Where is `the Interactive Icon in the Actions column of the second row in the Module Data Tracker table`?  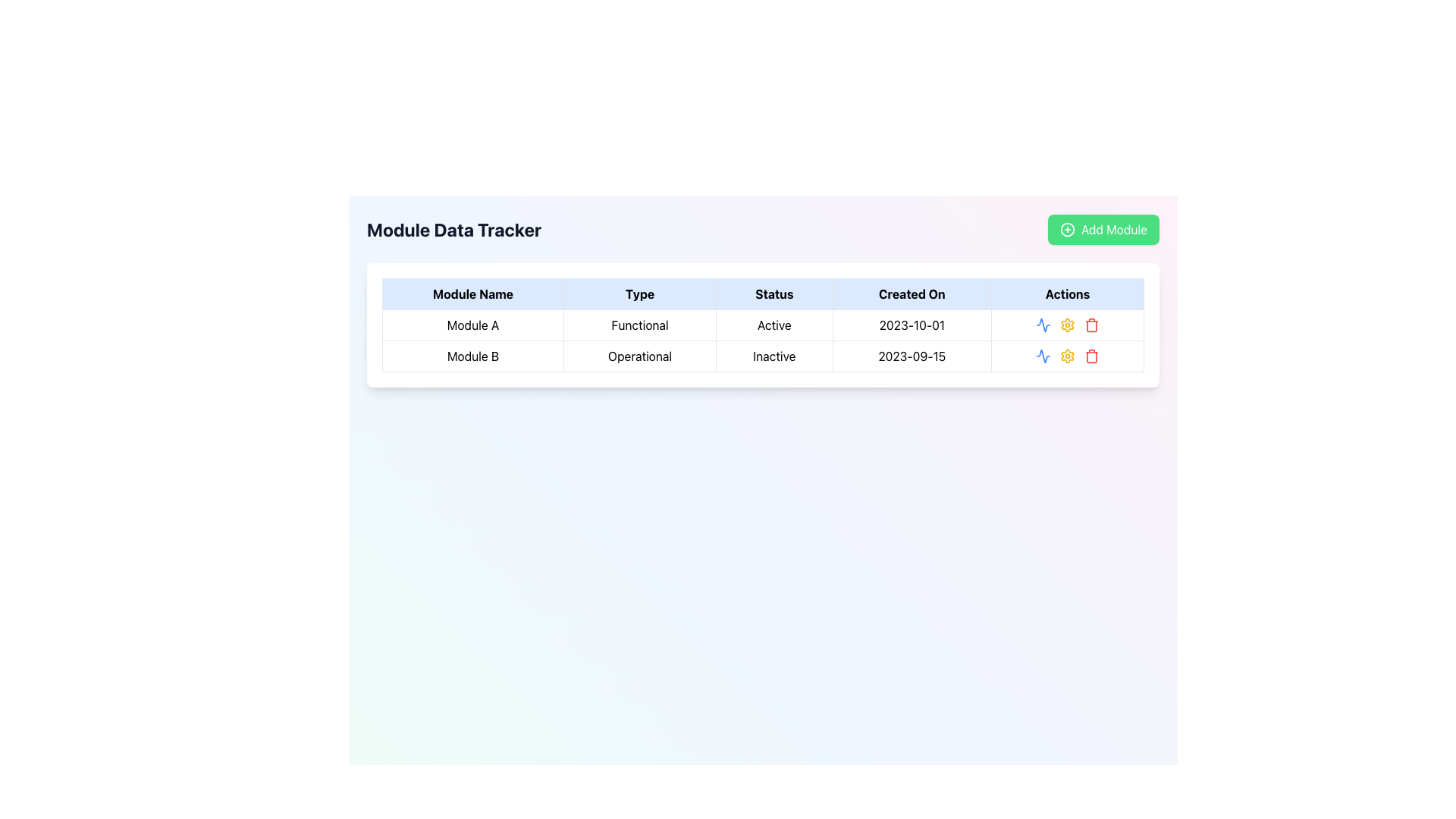
the Interactive Icon in the Actions column of the second row in the Module Data Tracker table is located at coordinates (1043, 324).